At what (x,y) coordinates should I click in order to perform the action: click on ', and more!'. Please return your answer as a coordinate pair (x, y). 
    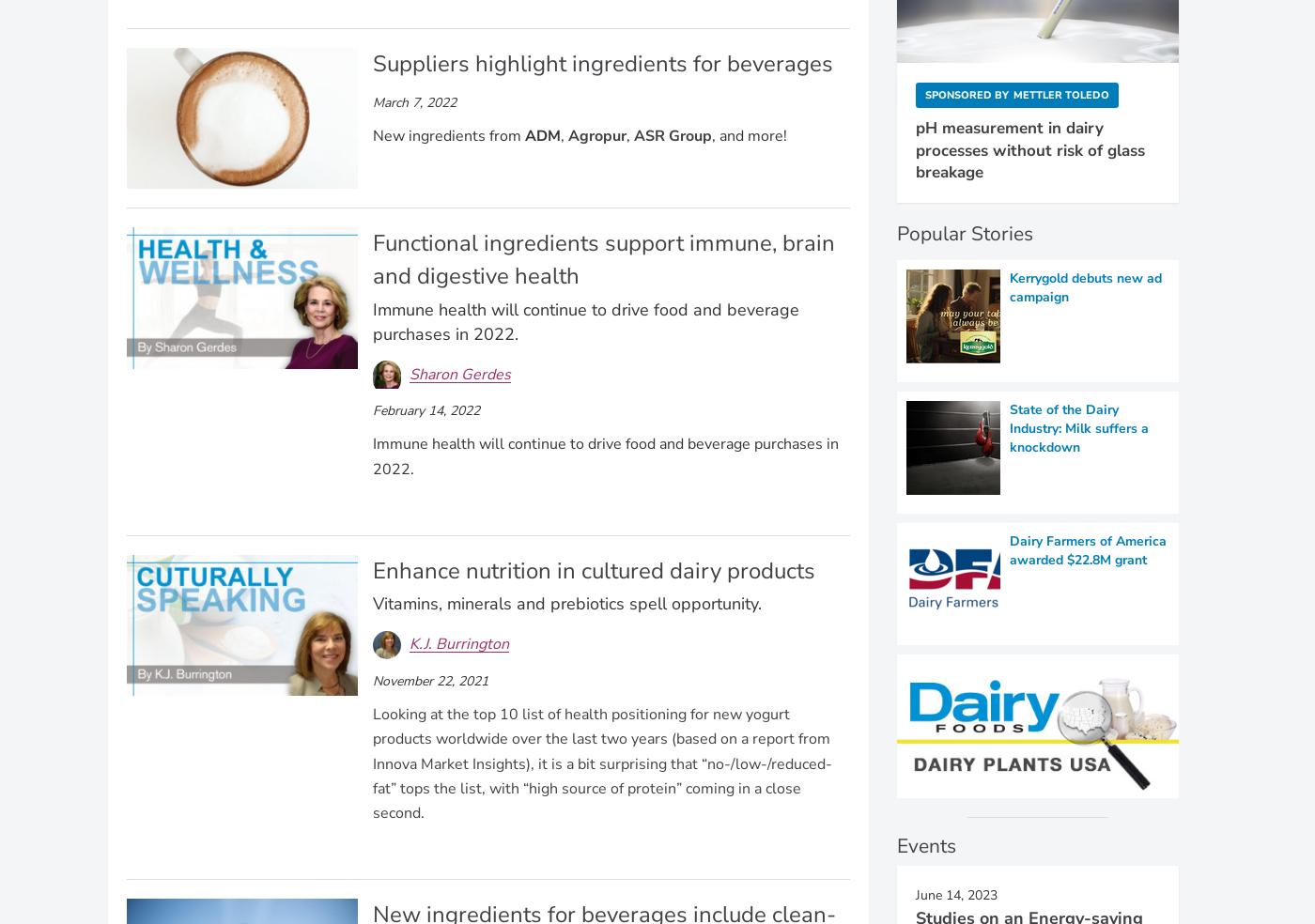
    Looking at the image, I should click on (749, 134).